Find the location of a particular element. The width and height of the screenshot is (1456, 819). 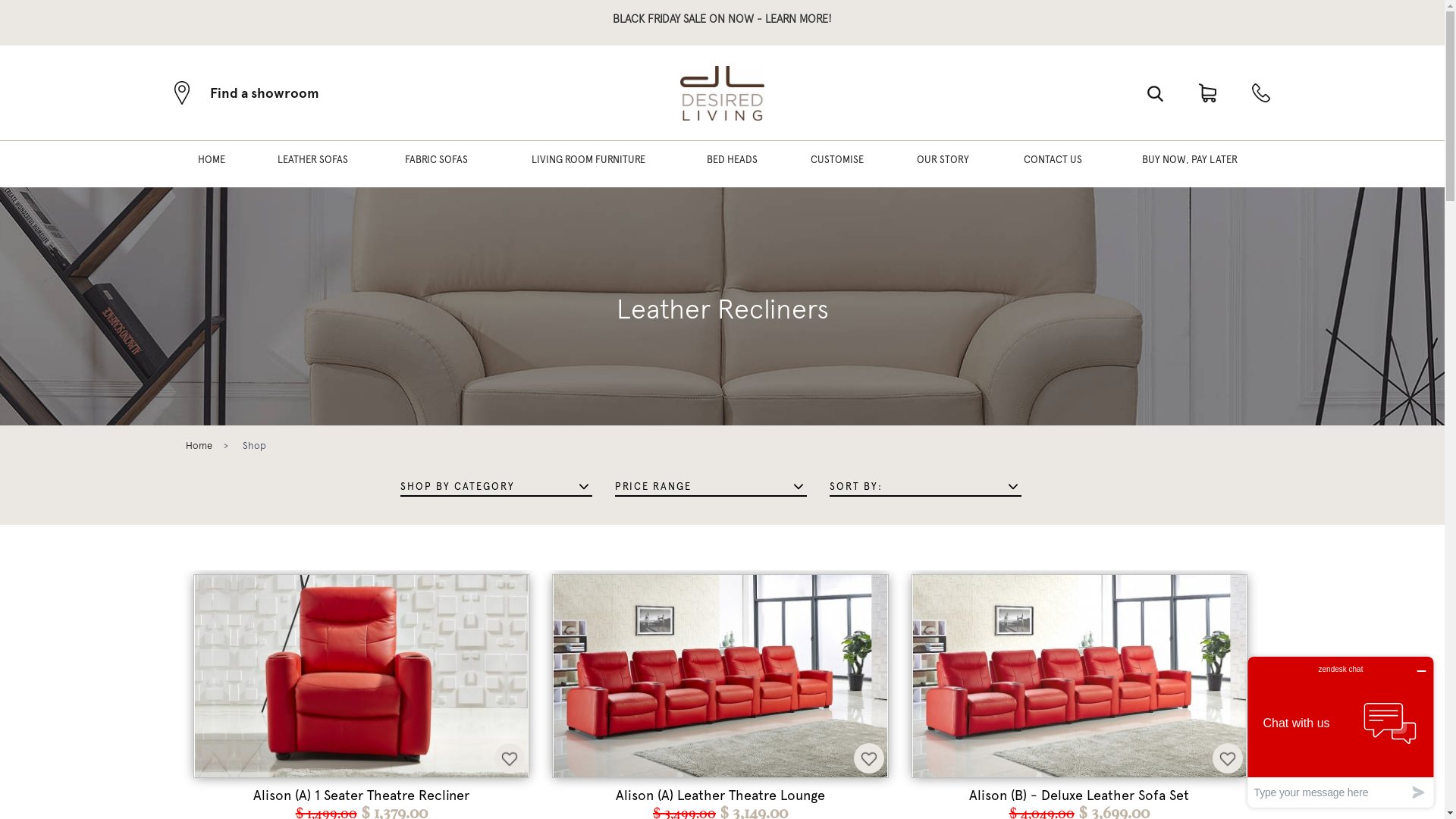

'Opens a widget where you can chat to one of our agents' is located at coordinates (1340, 731).